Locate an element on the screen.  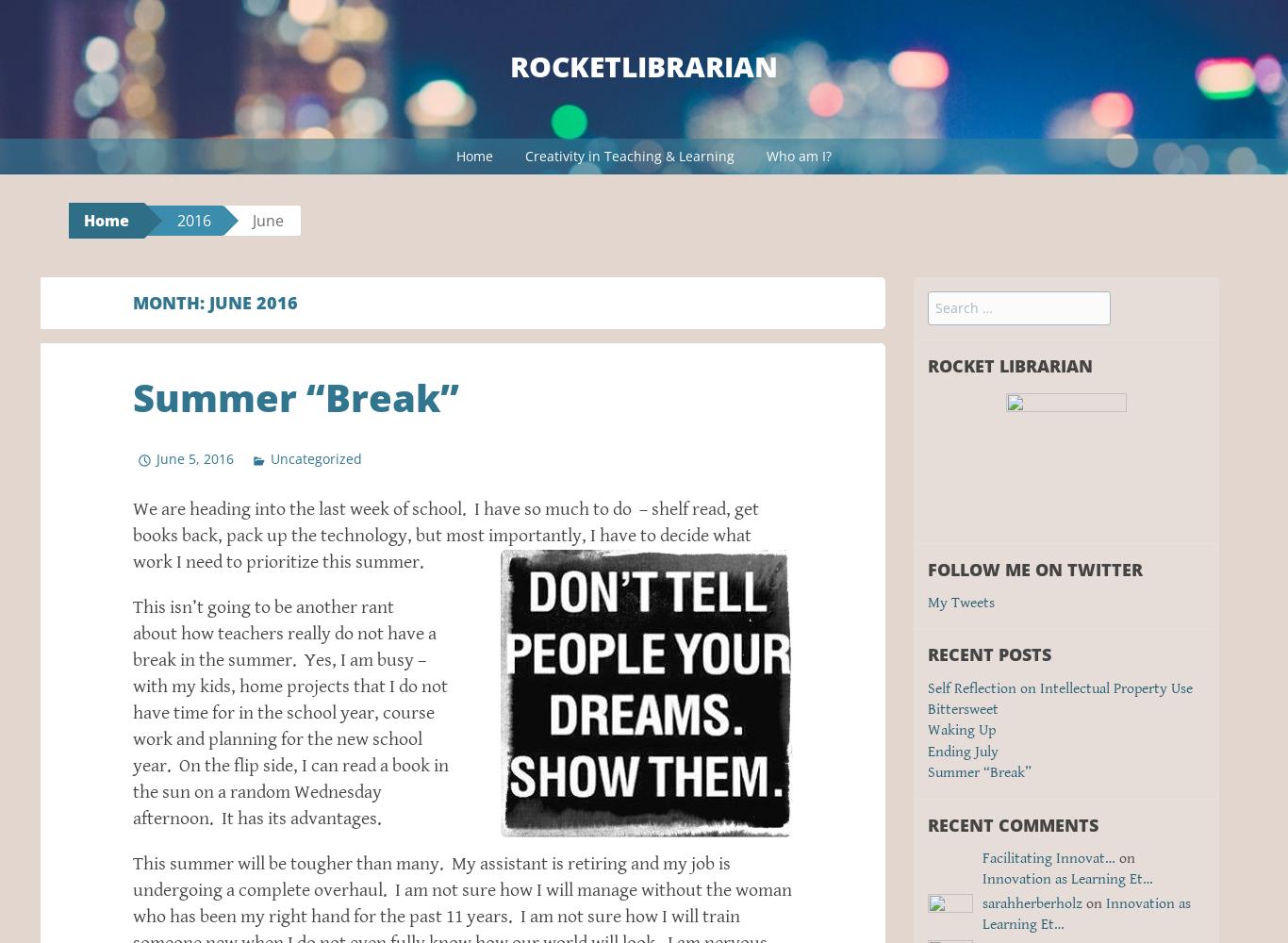
'Follow me on Twitter' is located at coordinates (1033, 568).